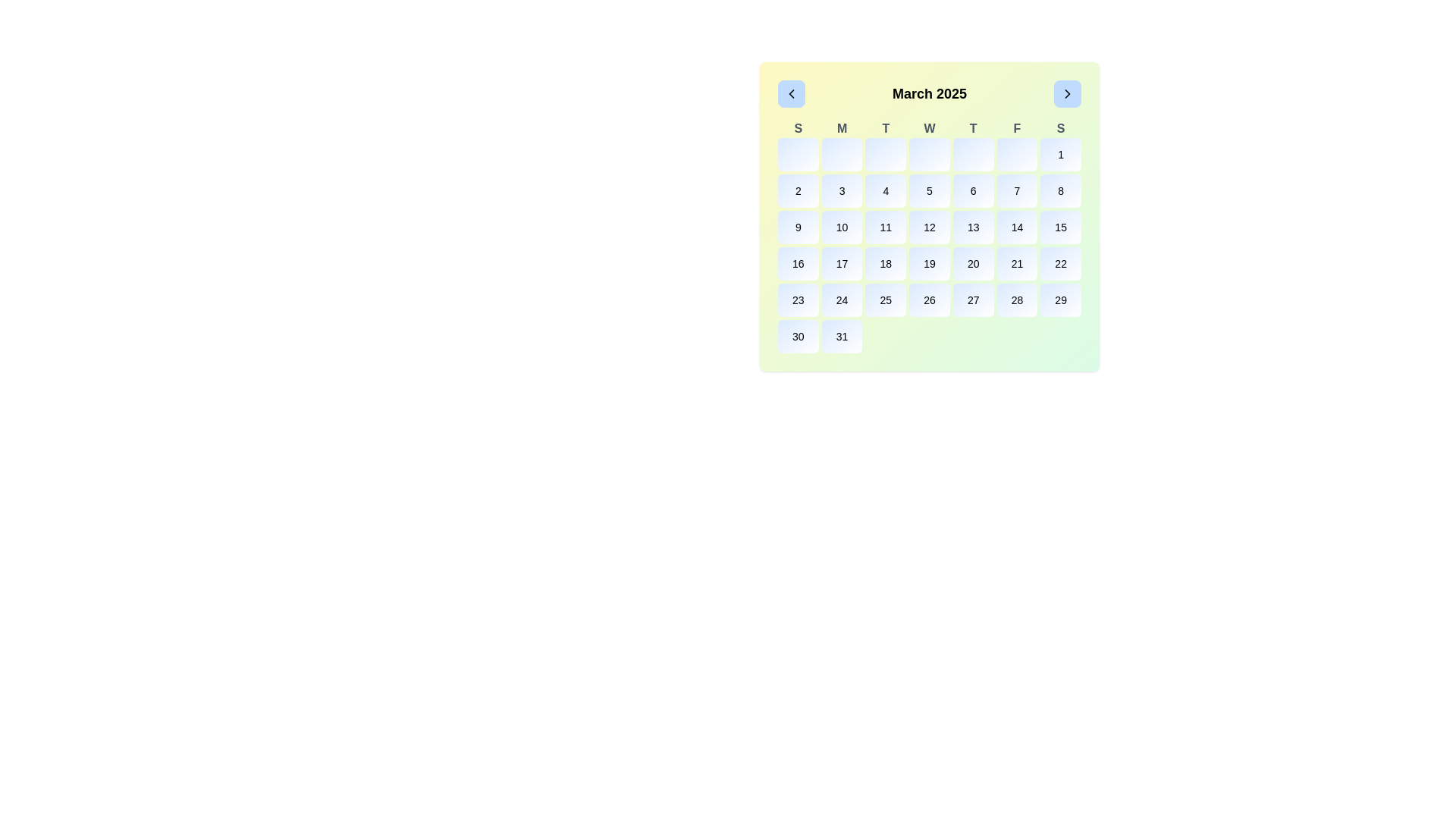  What do you see at coordinates (973, 127) in the screenshot?
I see `the gray character 'T' in the days of the week row, which is the fifth item in the row, located under the title 'March 2025'` at bounding box center [973, 127].